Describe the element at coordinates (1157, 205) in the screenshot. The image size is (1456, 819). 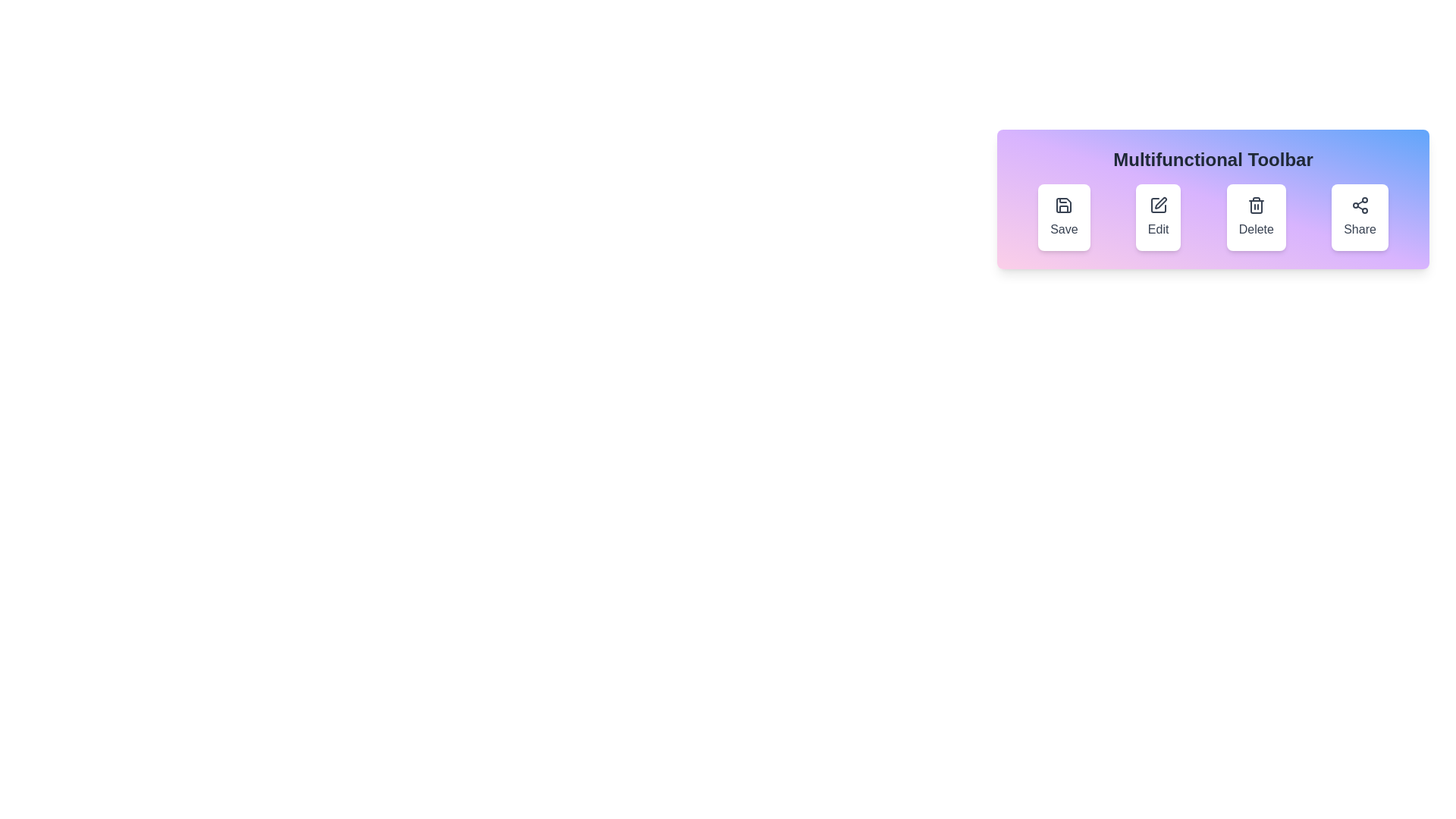
I see `the pencil icon located at the top-center of the 'Edit' button in the toolbar` at that location.